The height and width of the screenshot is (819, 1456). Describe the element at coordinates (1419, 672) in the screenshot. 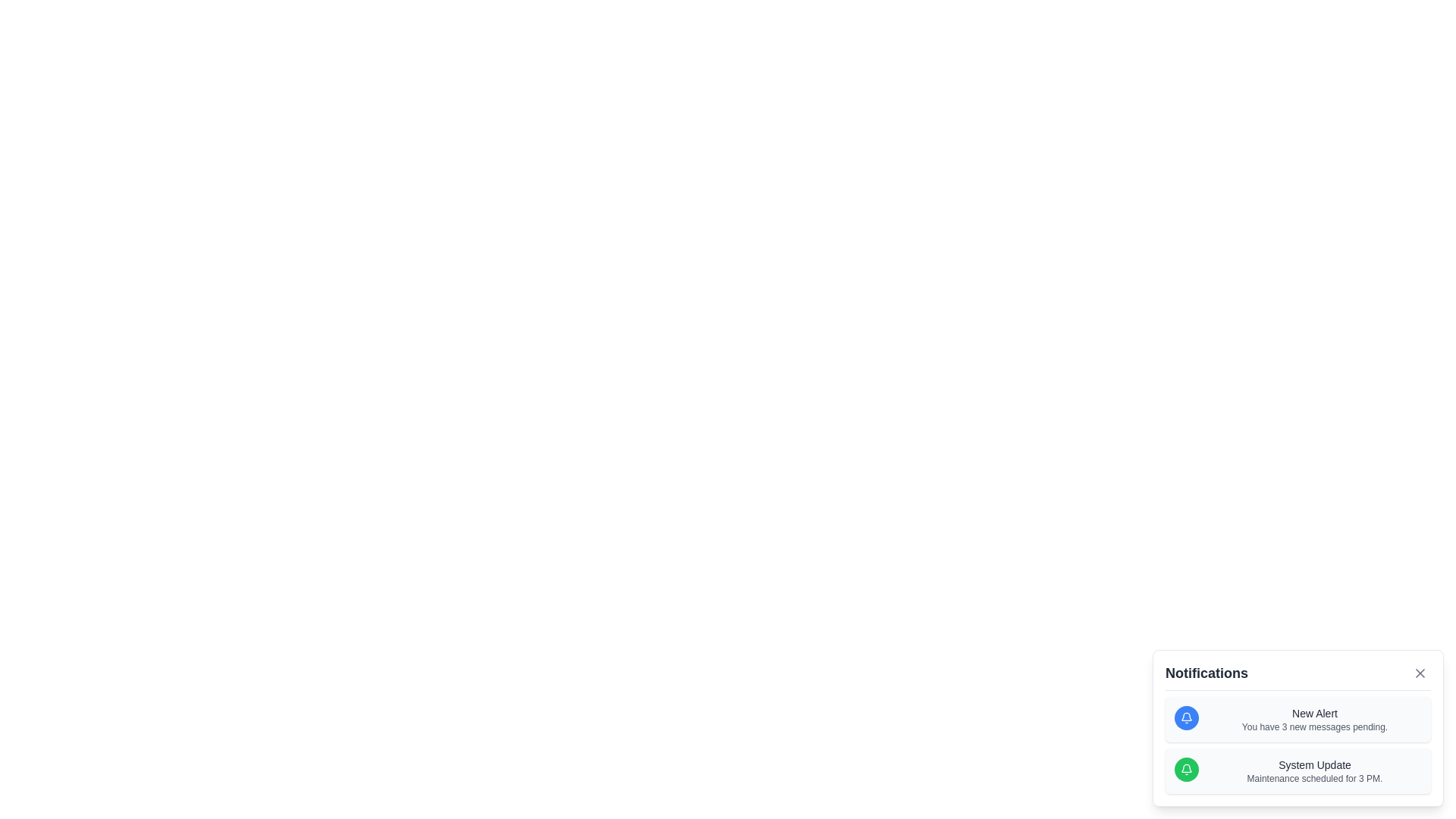

I see `the 'X' icon button located at the top-right corner of the notification card` at that location.